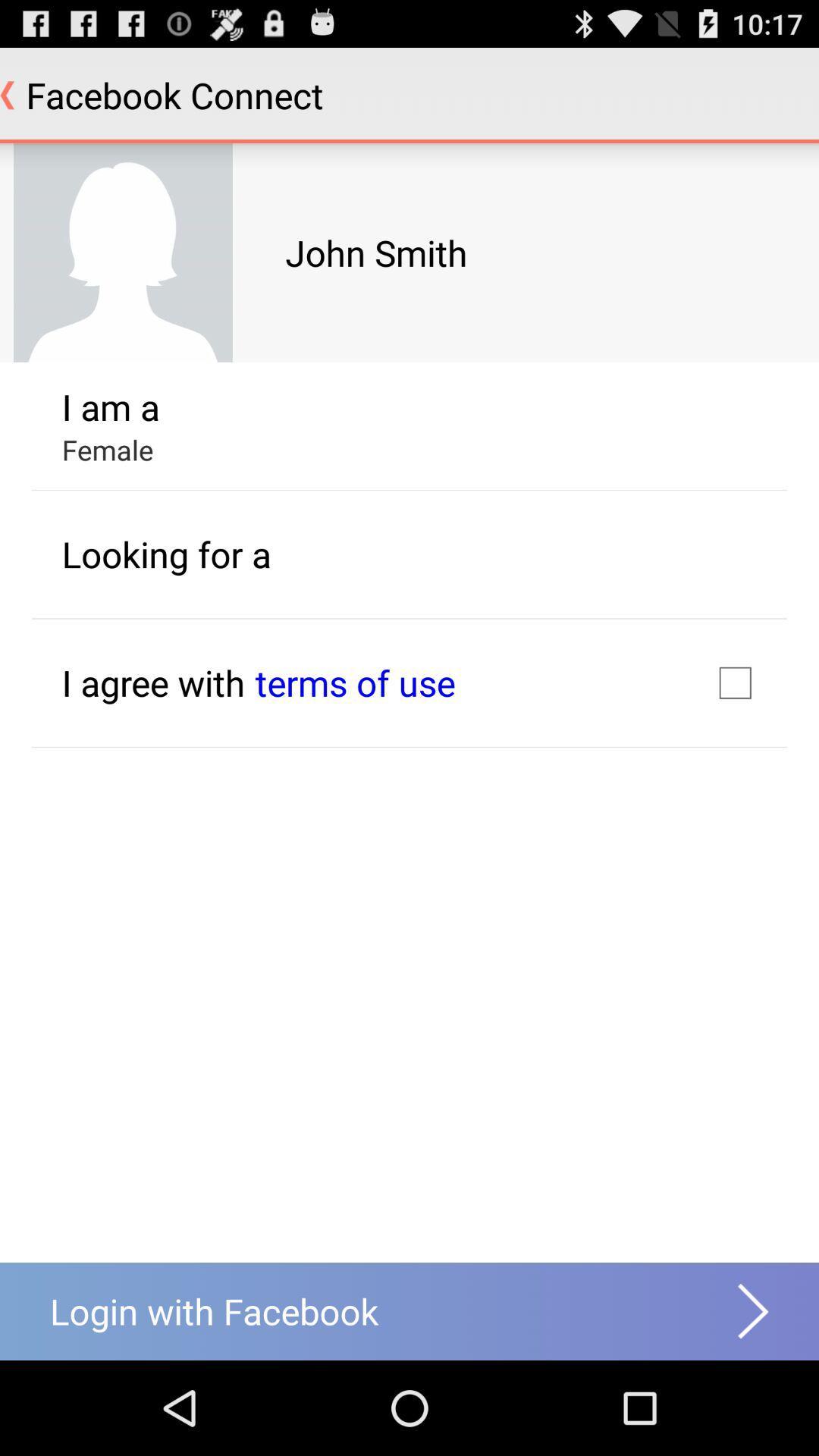 The image size is (819, 1456). I want to click on the app below the i am a app, so click(107, 449).